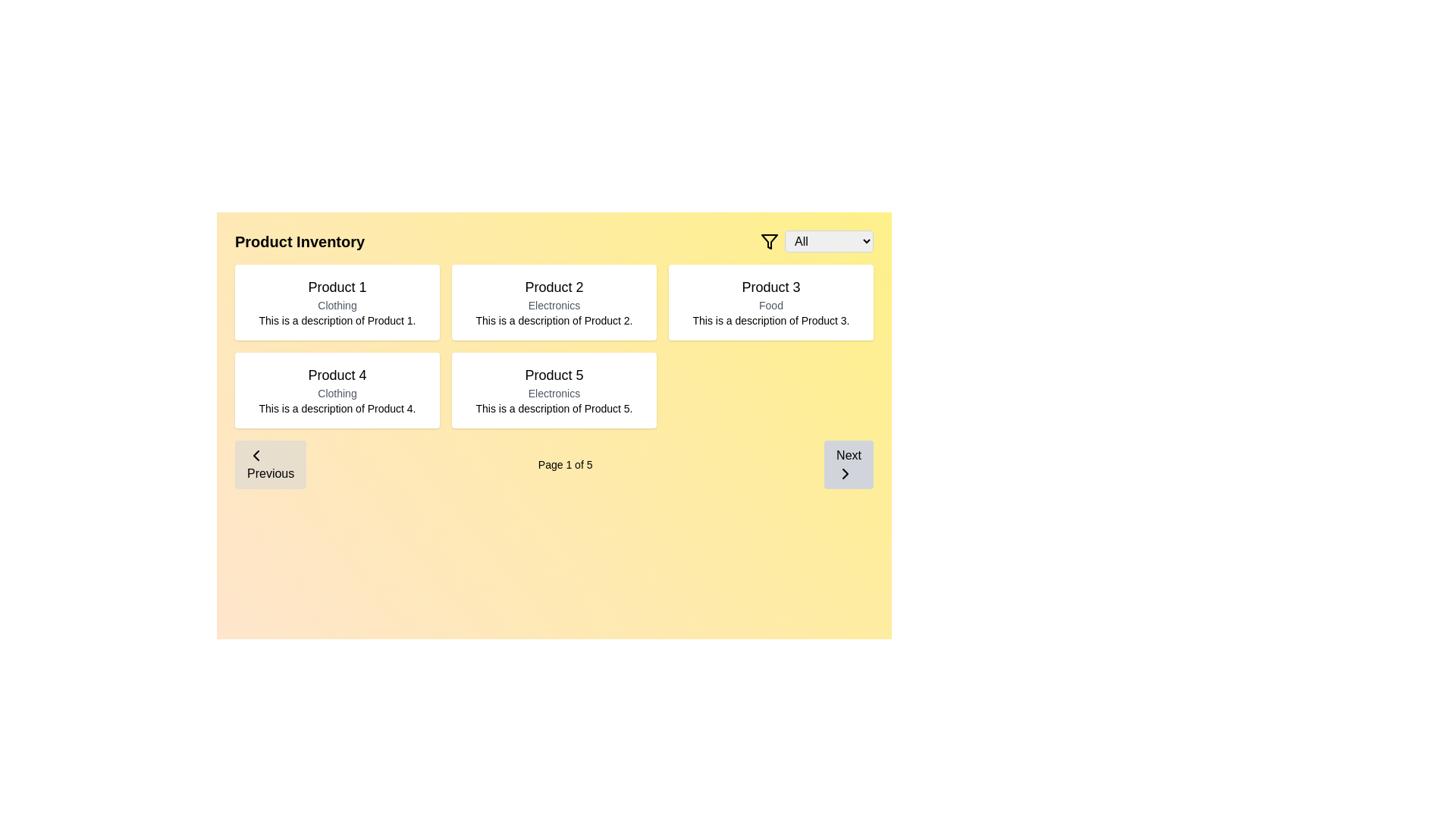  I want to click on the text block stating 'This is a description of Product 3.' which is positioned under the label 'Food' inside a rounded white box, so click(771, 320).